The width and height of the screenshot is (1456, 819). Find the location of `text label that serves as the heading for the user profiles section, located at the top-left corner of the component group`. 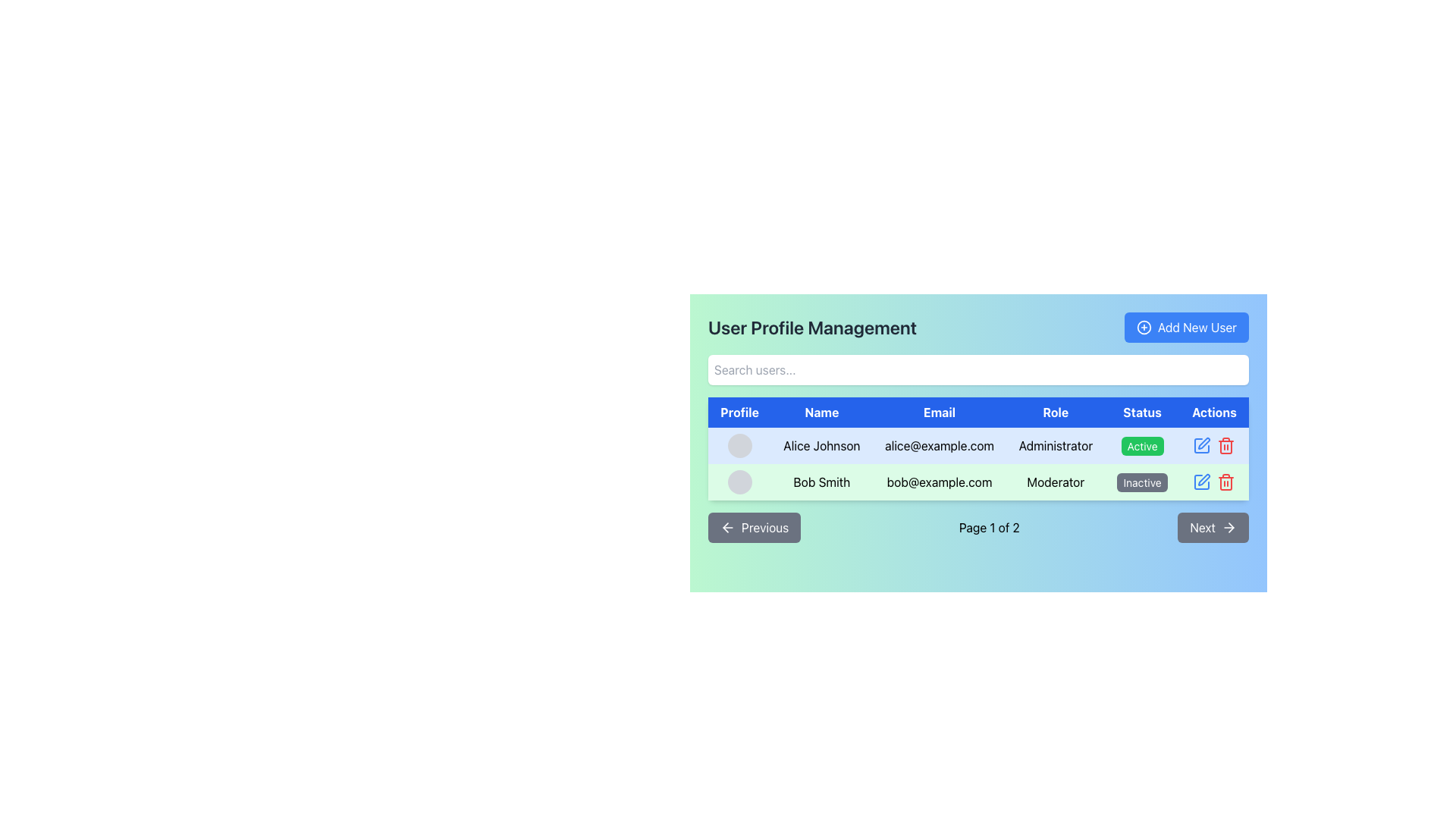

text label that serves as the heading for the user profiles section, located at the top-left corner of the component group is located at coordinates (811, 327).